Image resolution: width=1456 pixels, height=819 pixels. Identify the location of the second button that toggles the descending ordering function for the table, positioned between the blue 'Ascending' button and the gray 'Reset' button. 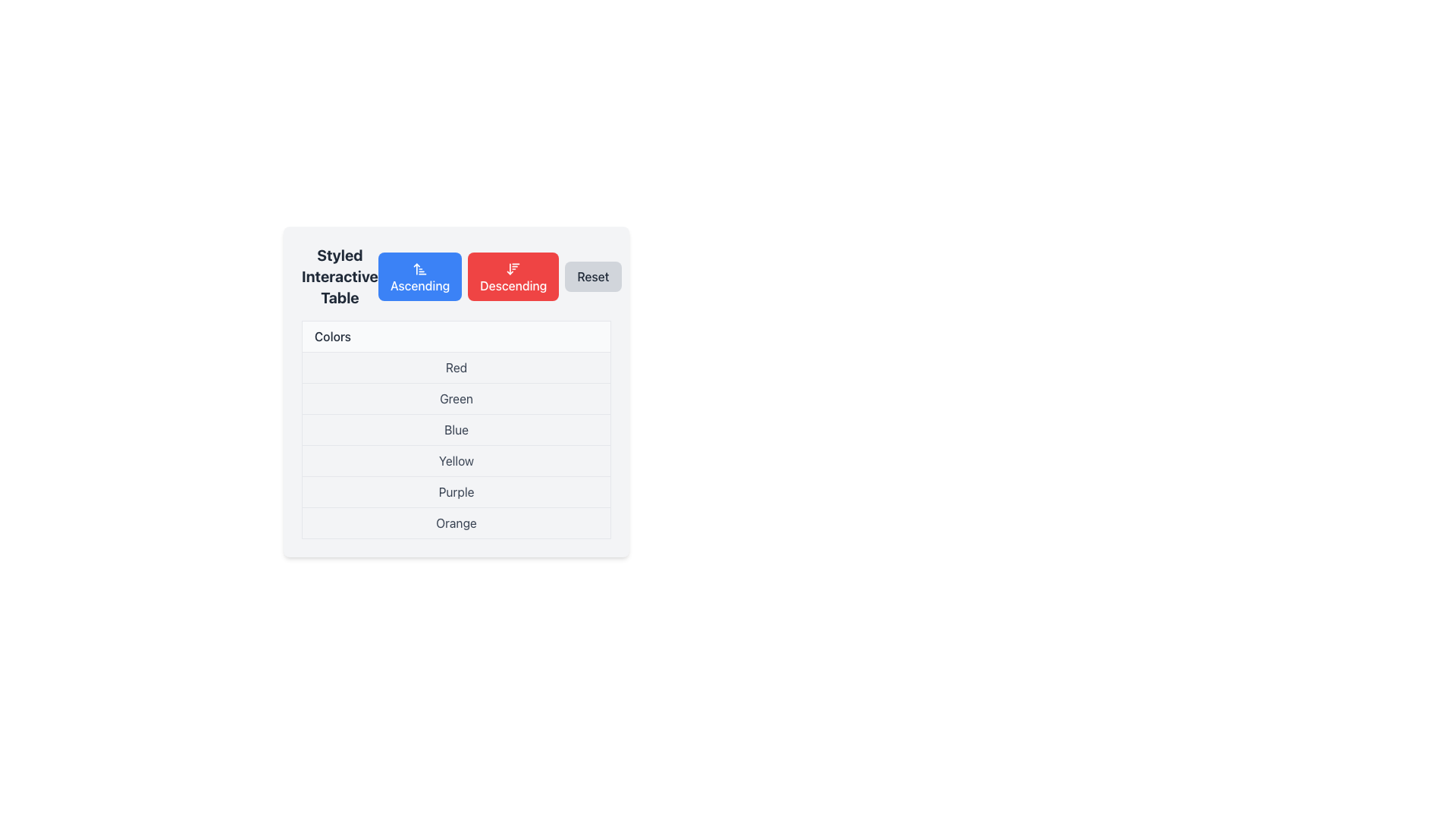
(513, 277).